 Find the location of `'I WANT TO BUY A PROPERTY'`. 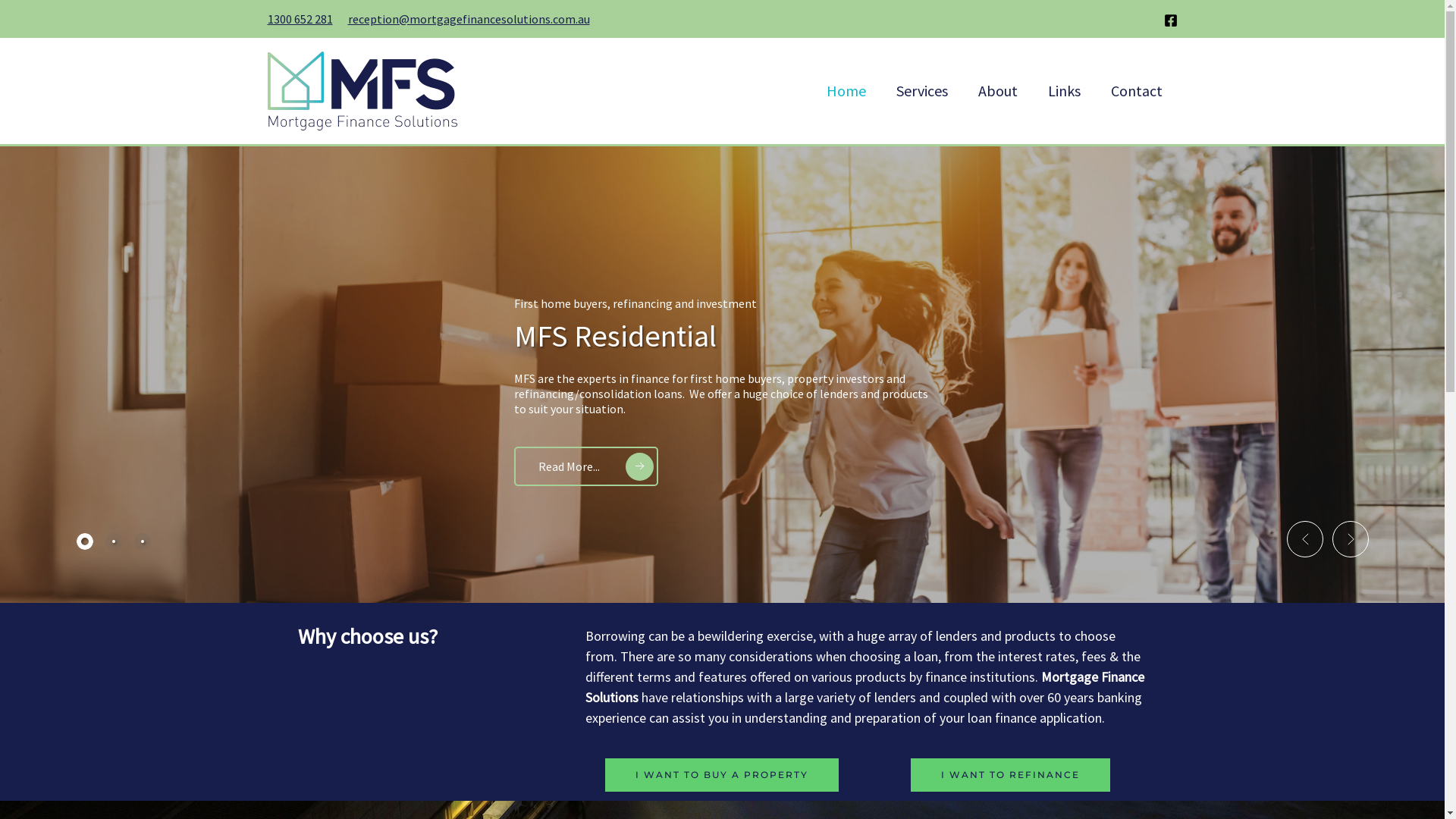

'I WANT TO BUY A PROPERTY' is located at coordinates (720, 775).